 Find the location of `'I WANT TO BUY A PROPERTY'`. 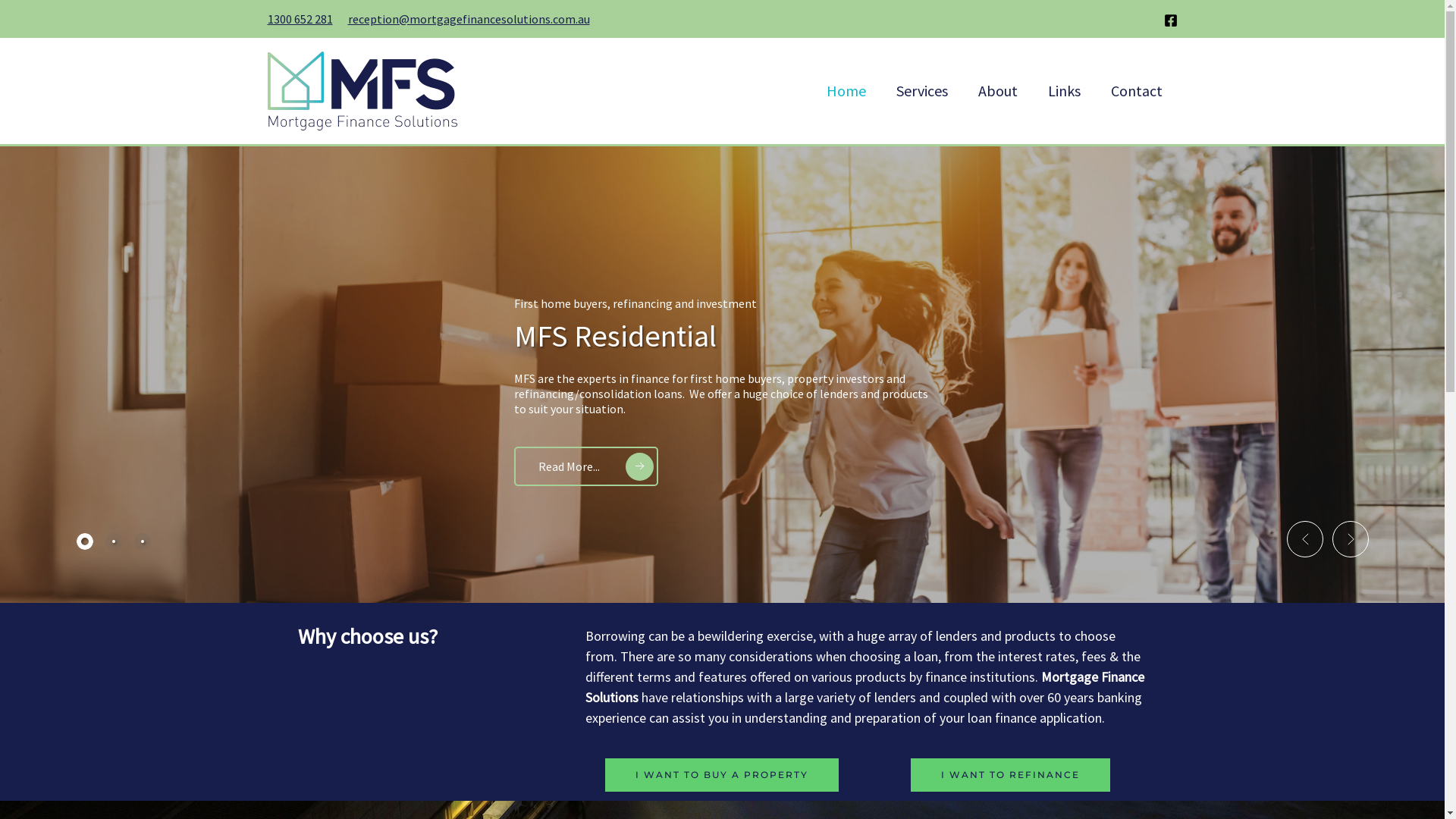

'I WANT TO BUY A PROPERTY' is located at coordinates (720, 775).